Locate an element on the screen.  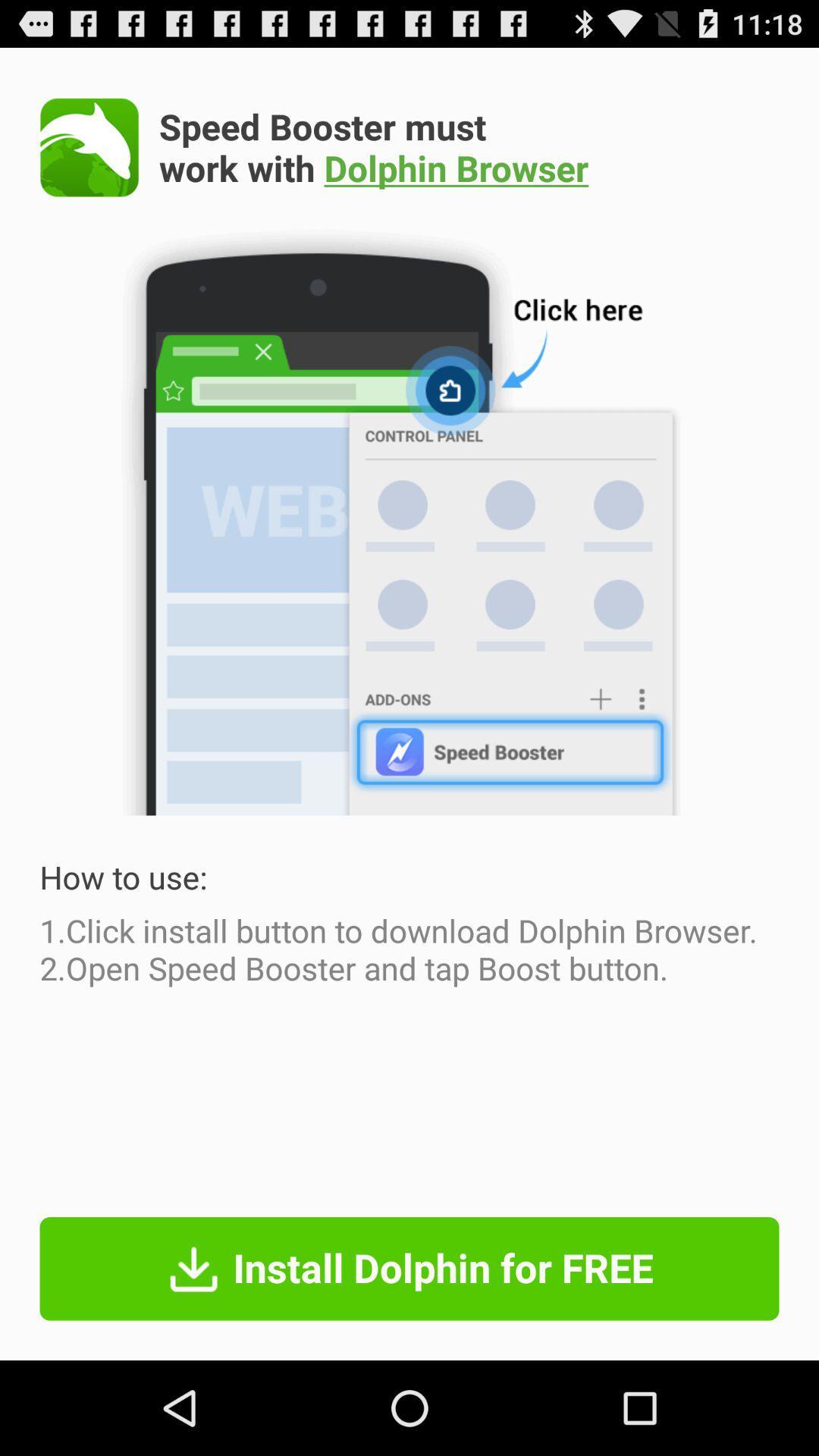
the icon at the top left corner is located at coordinates (89, 147).